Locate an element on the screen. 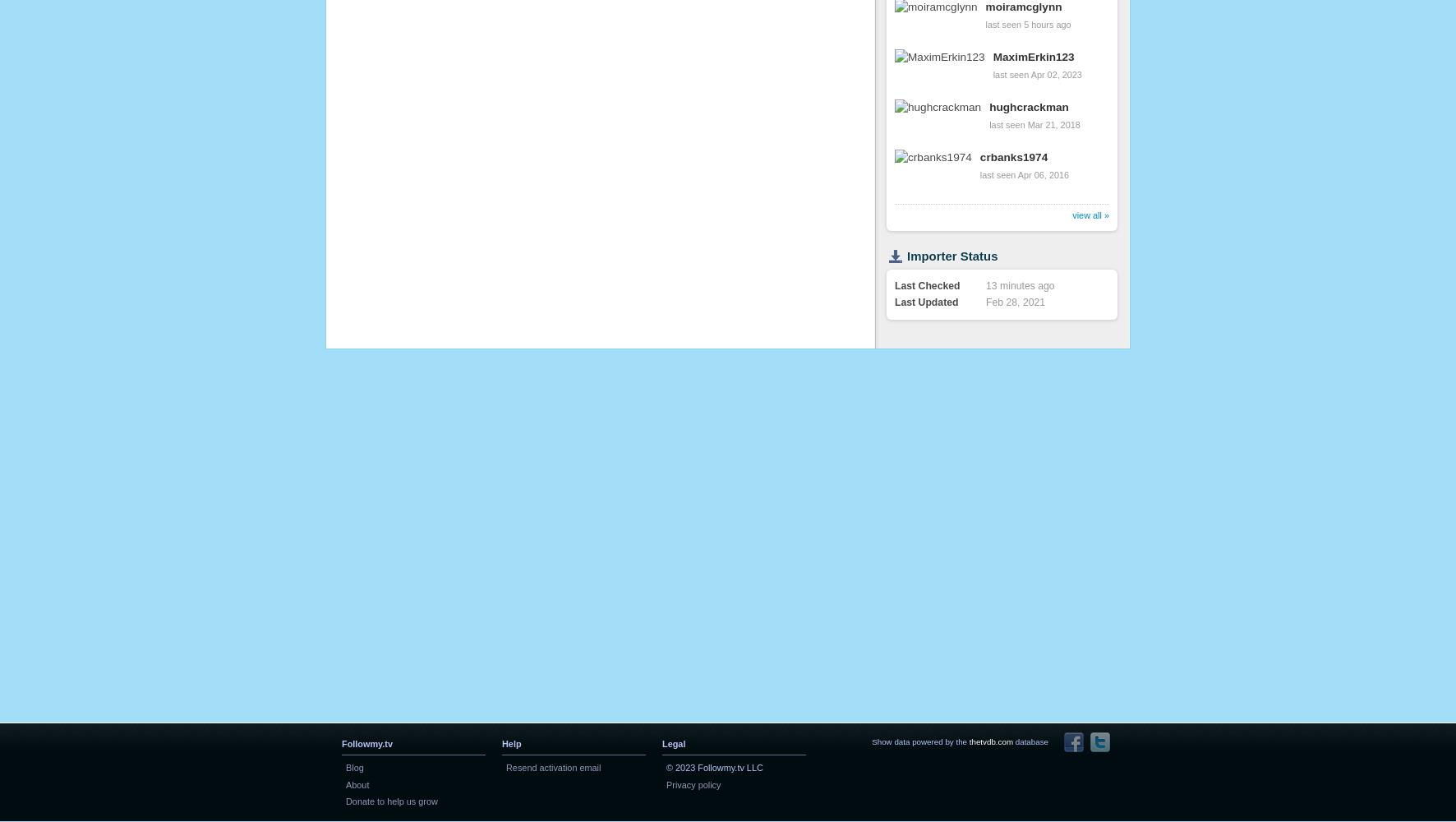  'last seen Mar 21, 2018' is located at coordinates (1034, 124).